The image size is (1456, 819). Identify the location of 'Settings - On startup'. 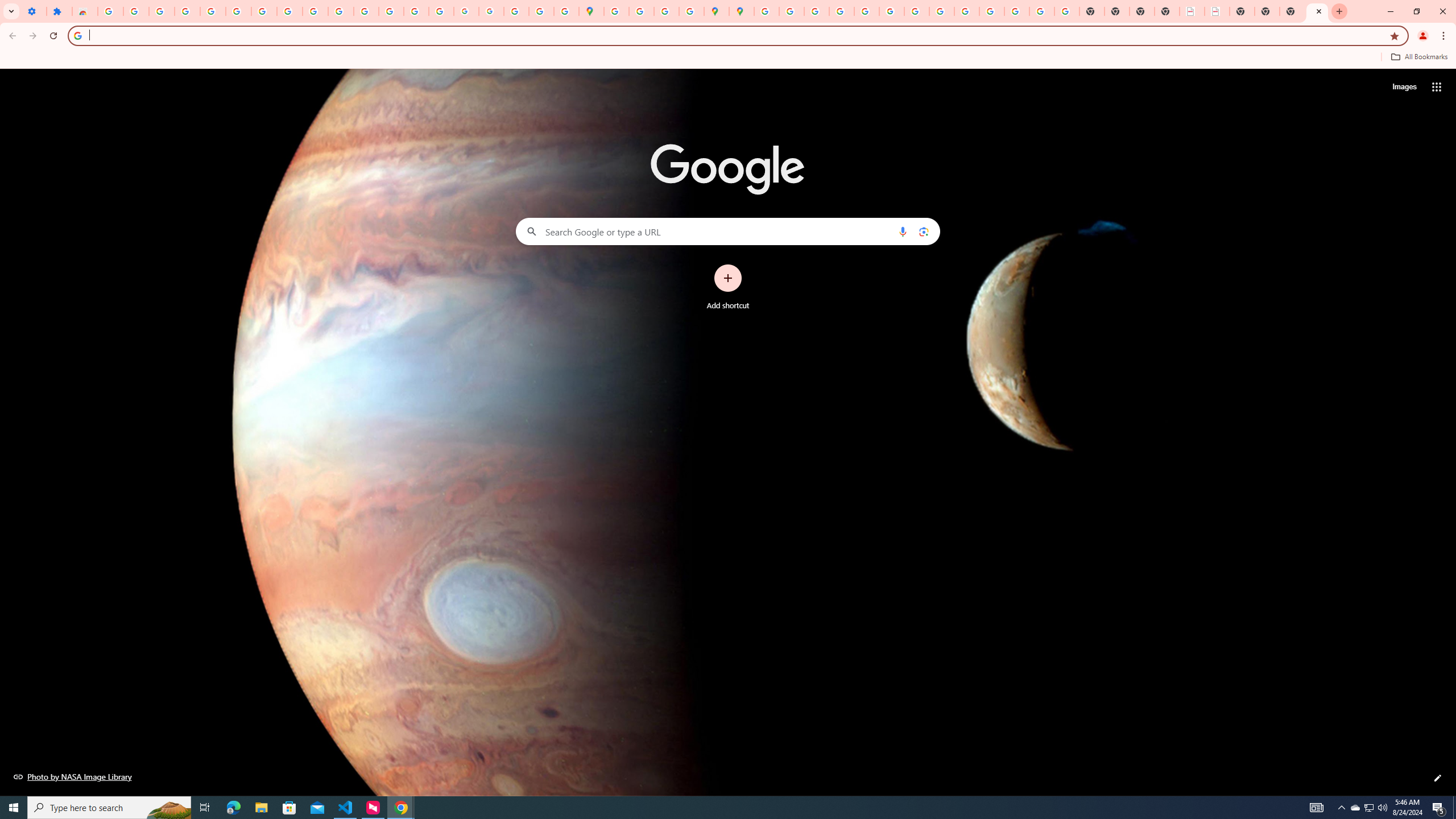
(34, 11).